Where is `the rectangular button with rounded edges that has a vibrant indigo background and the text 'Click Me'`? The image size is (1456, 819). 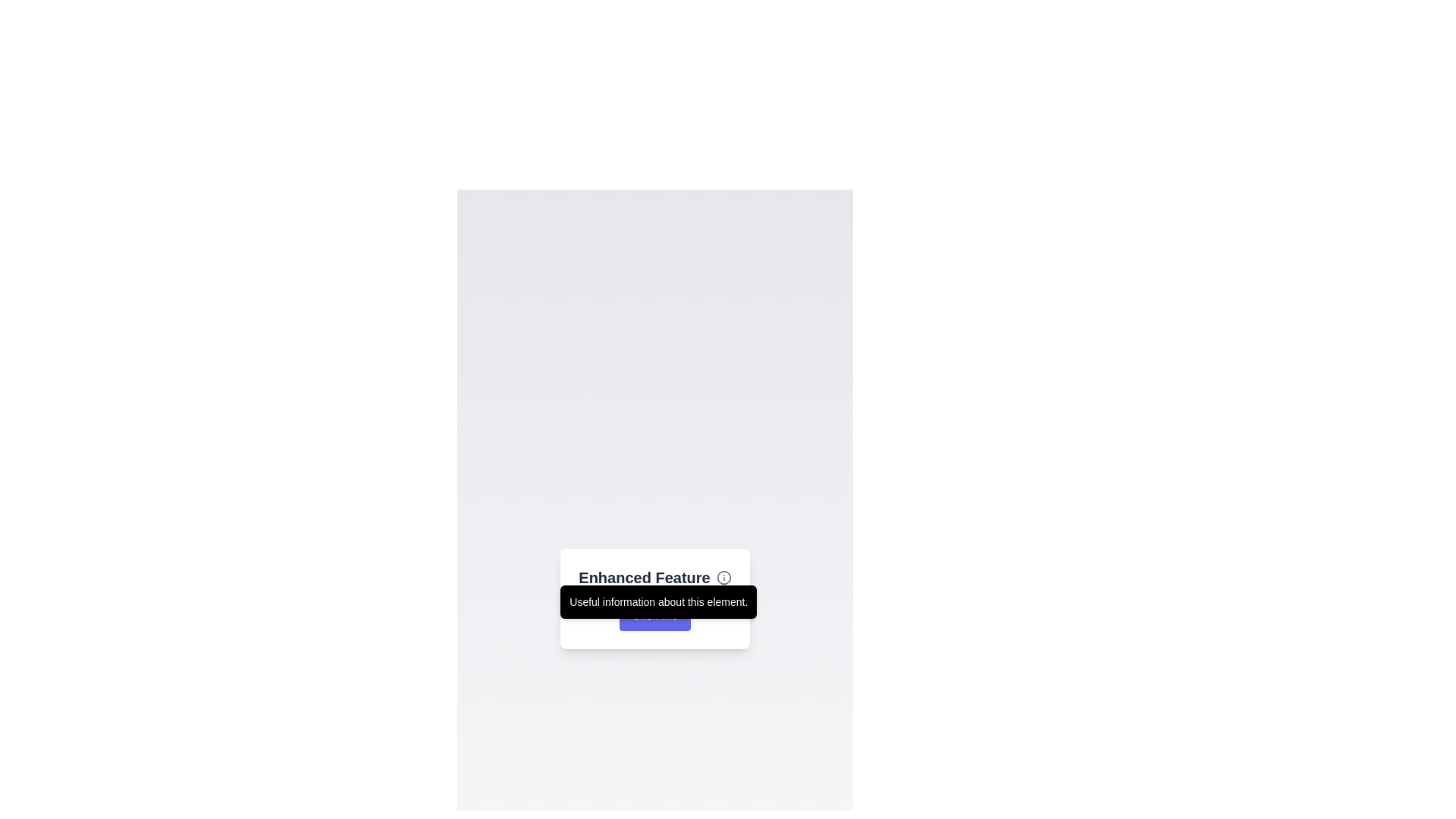
the rectangular button with rounded edges that has a vibrant indigo background and the text 'Click Me' is located at coordinates (655, 616).